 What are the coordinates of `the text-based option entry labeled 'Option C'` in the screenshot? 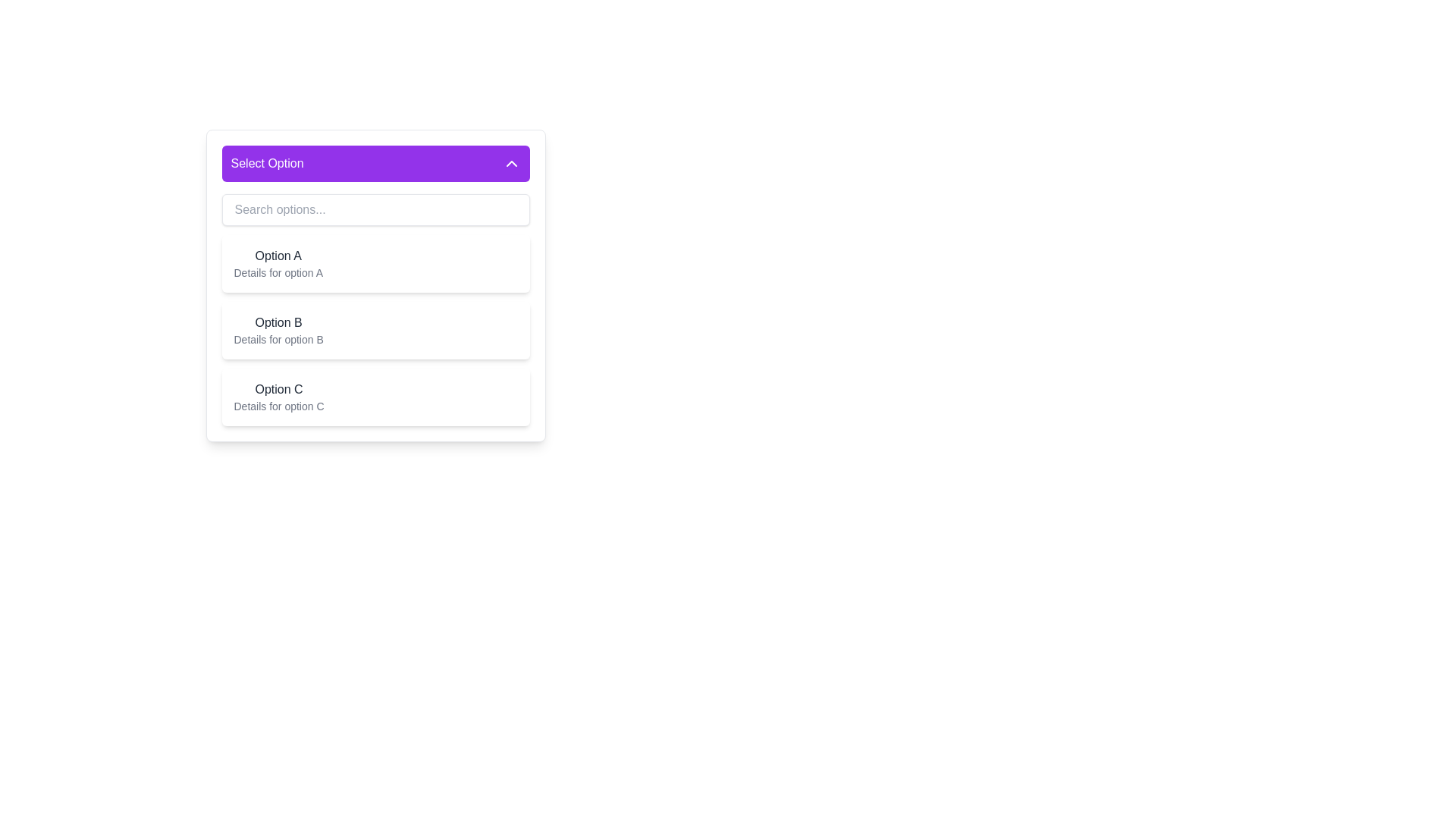 It's located at (279, 397).